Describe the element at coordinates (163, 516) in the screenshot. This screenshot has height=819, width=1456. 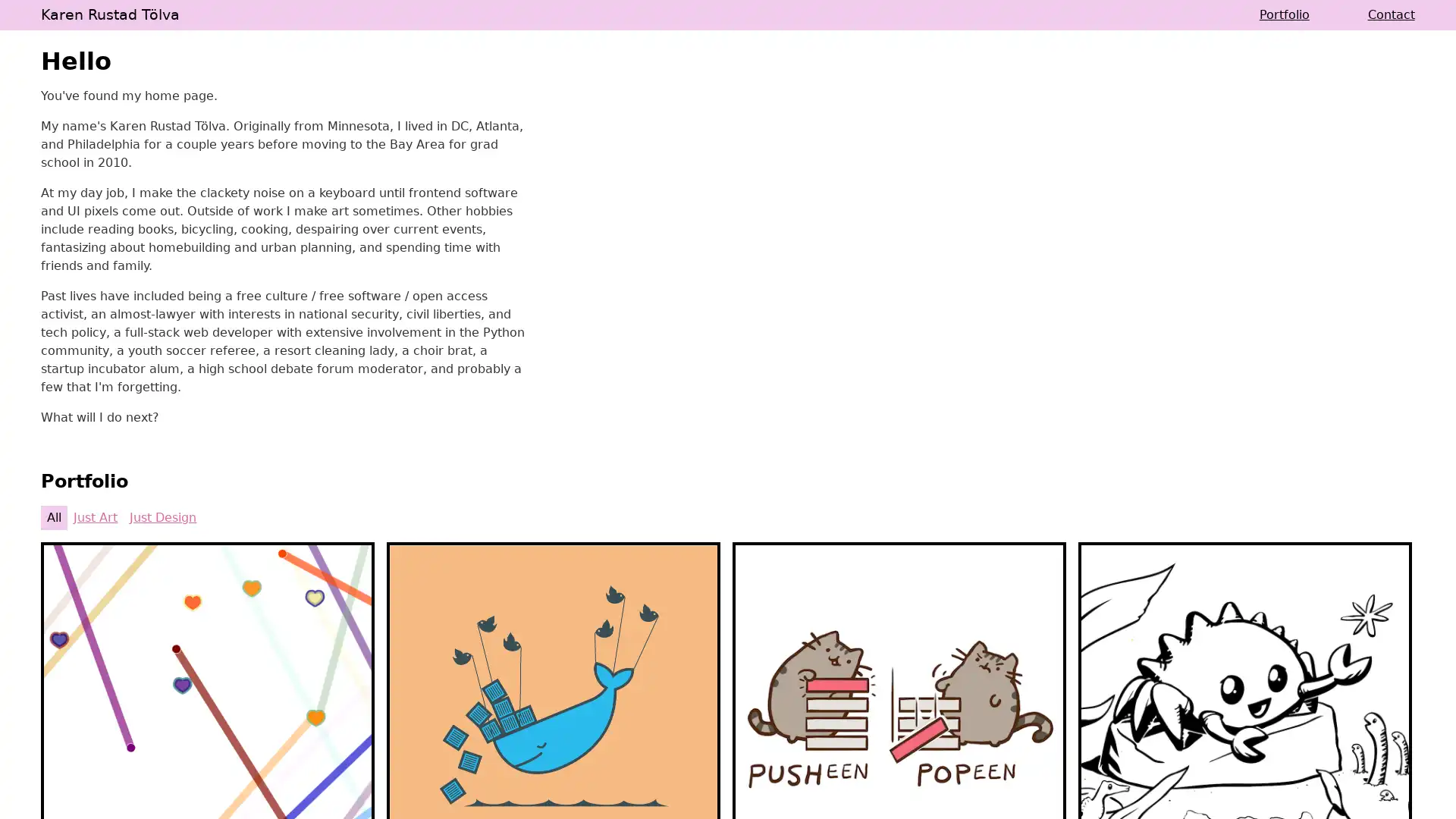
I see `Just Design` at that location.